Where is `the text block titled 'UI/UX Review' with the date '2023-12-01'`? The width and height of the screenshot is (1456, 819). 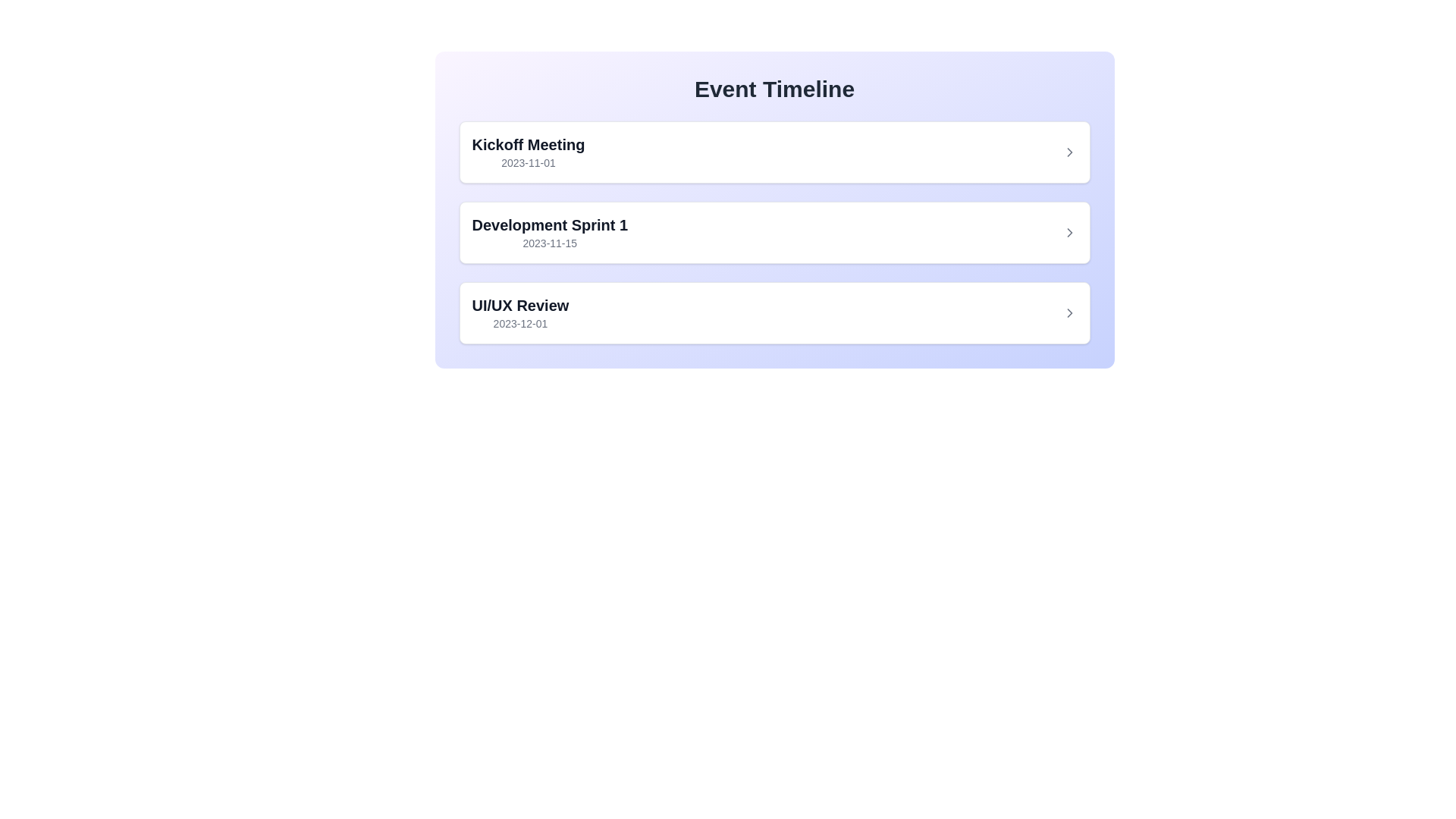
the text block titled 'UI/UX Review' with the date '2023-12-01' is located at coordinates (520, 312).